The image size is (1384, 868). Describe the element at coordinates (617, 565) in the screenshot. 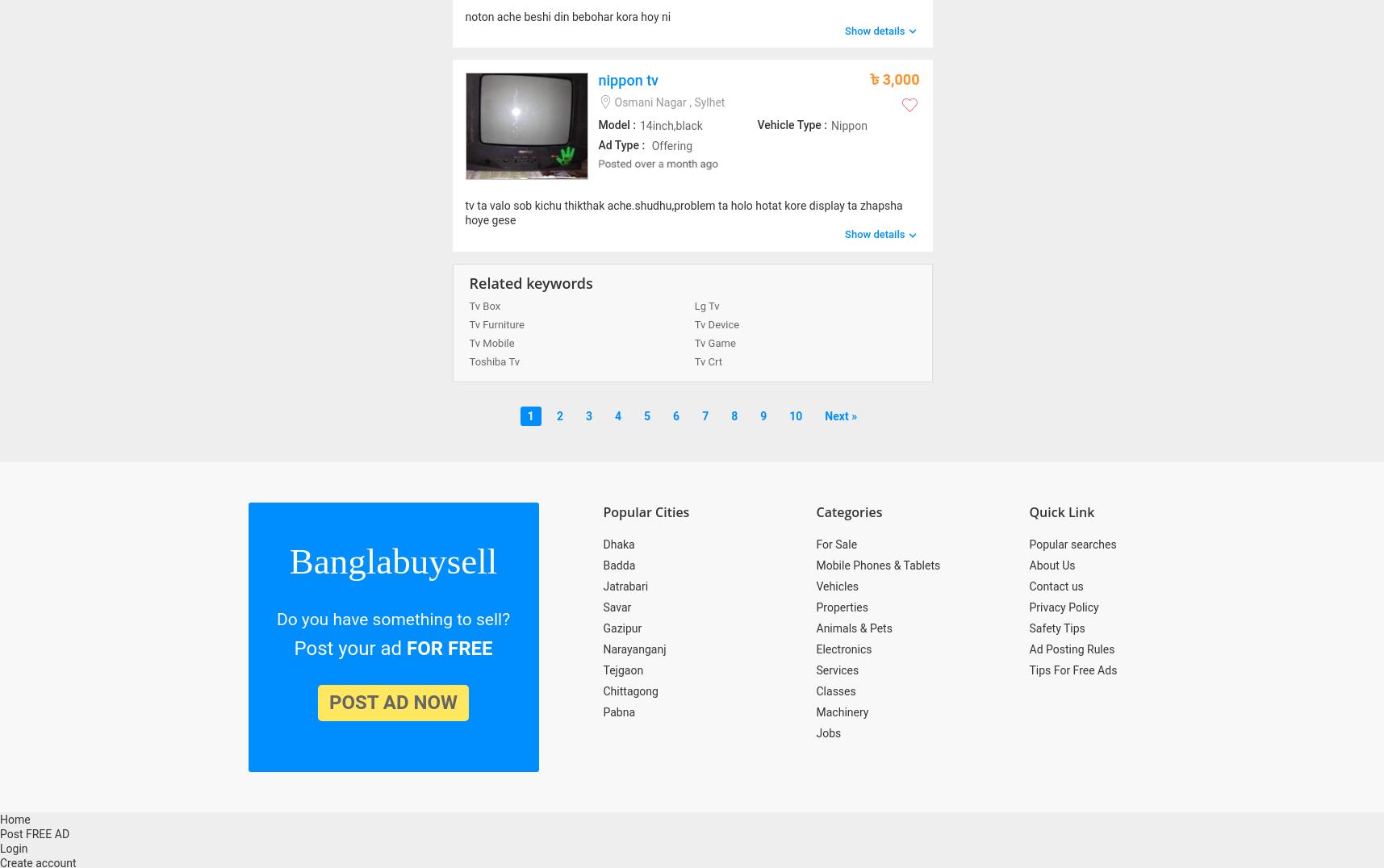

I see `'Badda'` at that location.